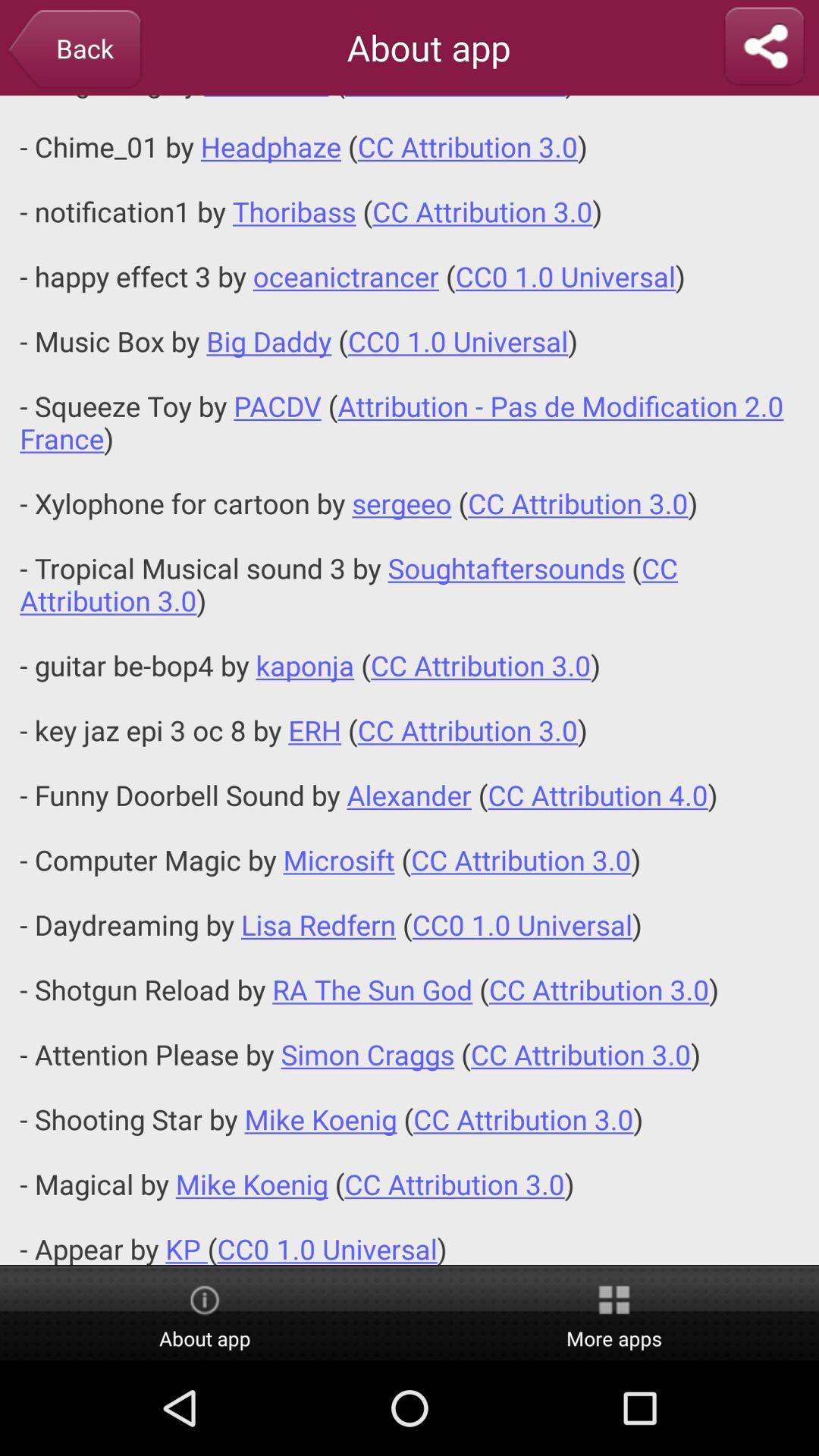 The height and width of the screenshot is (1456, 819). I want to click on item above the desk bell sound icon, so click(74, 50).